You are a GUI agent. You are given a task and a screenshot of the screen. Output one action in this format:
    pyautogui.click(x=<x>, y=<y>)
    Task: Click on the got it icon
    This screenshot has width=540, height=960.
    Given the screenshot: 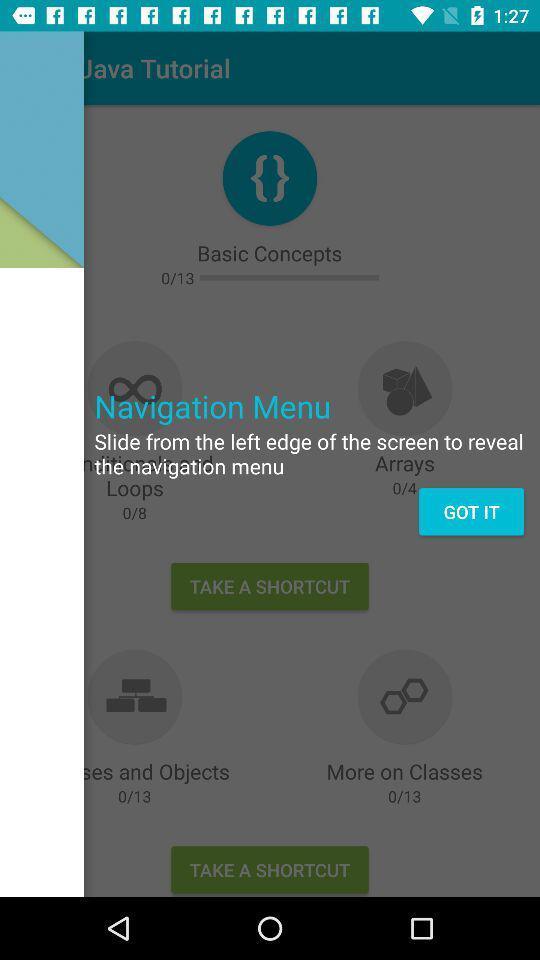 What is the action you would take?
    pyautogui.click(x=471, y=510)
    